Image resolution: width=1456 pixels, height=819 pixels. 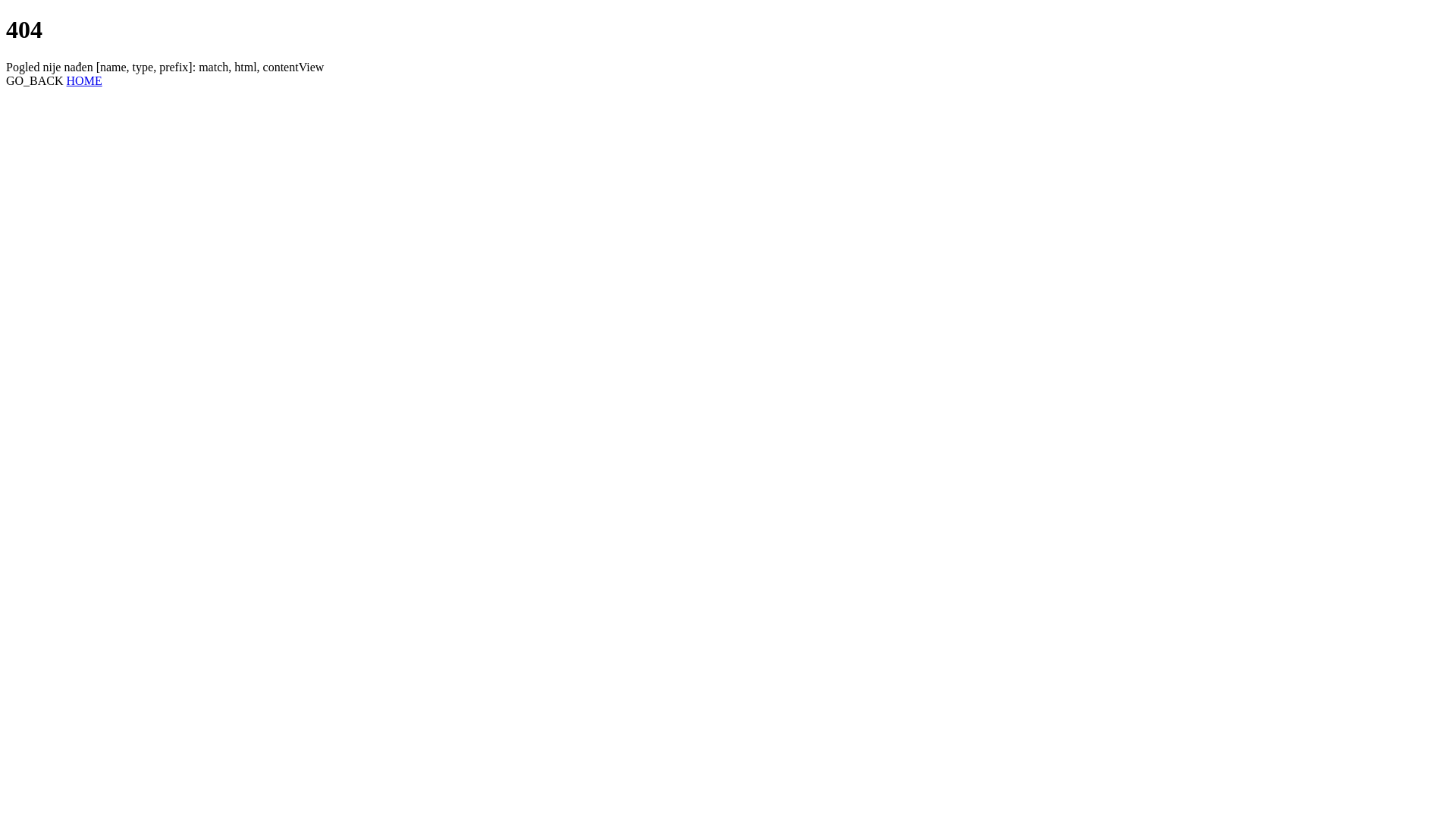 I want to click on 'HOME', so click(x=83, y=80).